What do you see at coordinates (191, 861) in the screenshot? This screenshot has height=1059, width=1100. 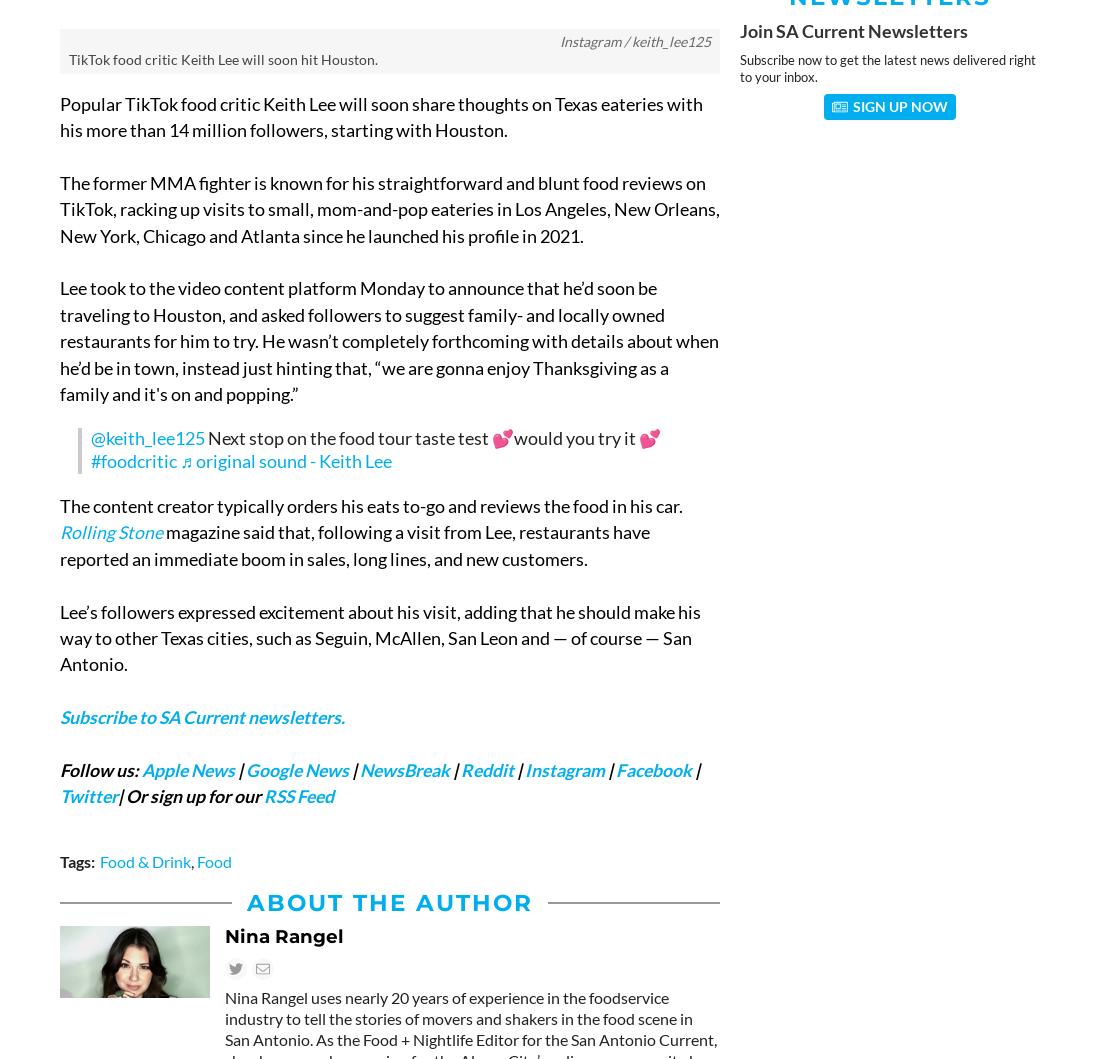 I see `','` at bounding box center [191, 861].